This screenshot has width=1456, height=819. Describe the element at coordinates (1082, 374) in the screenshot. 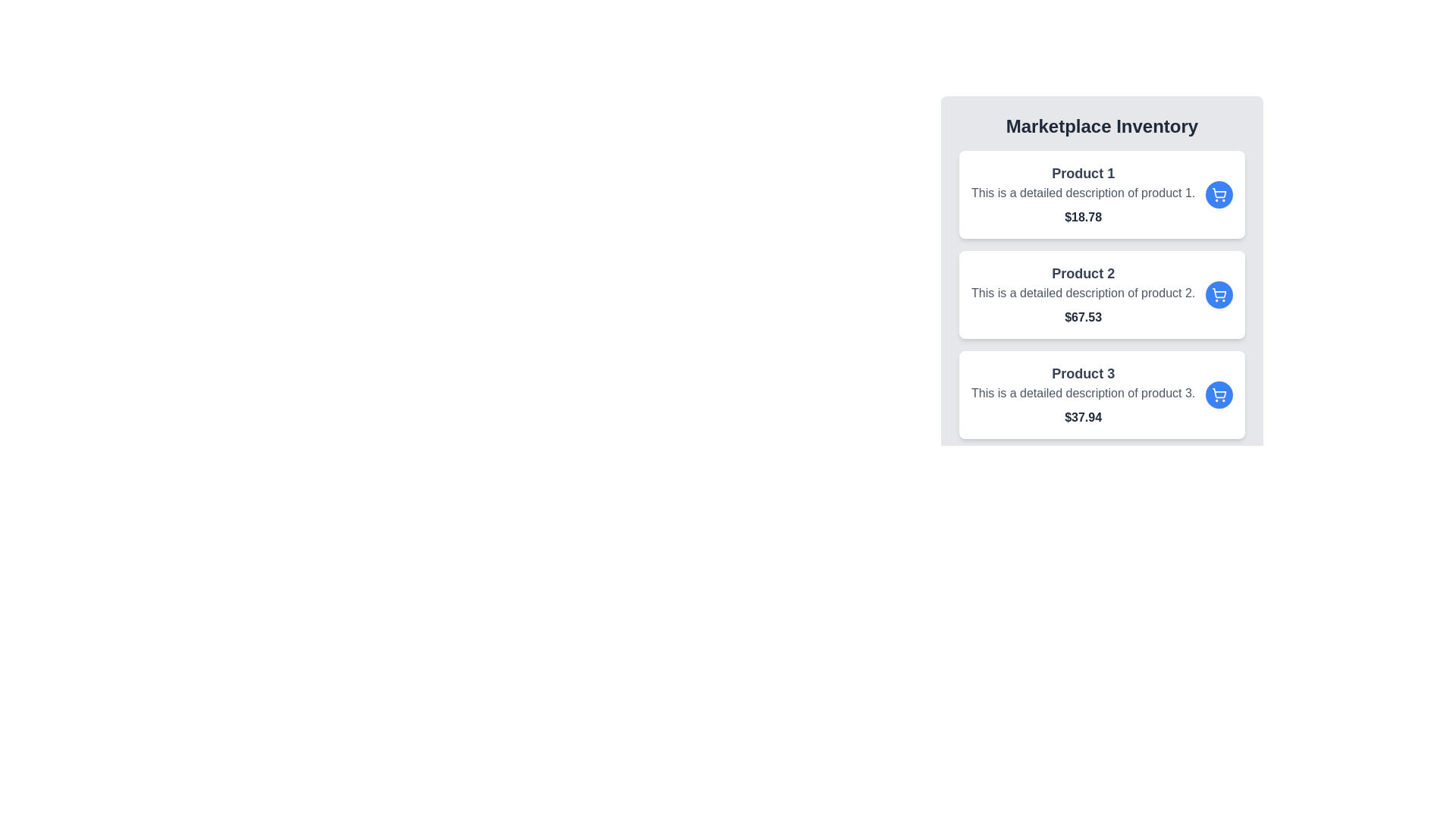

I see `text label 'Product 3' which is displayed in large, bold, gray-colored font, centered within a white box in the third row of product items` at that location.